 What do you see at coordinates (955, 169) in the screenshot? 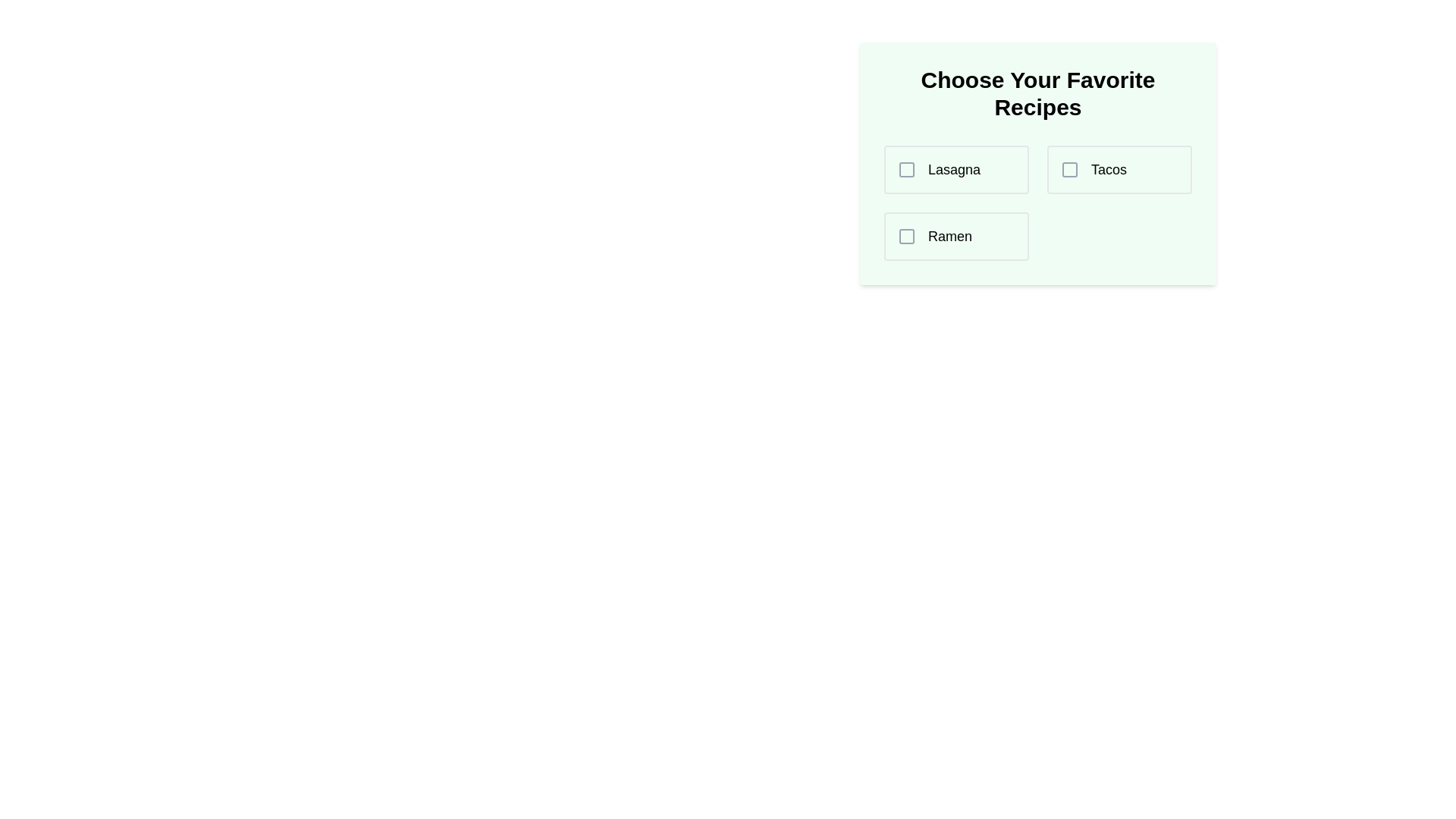
I see `the checkbox option for 'Lasagna'` at bounding box center [955, 169].